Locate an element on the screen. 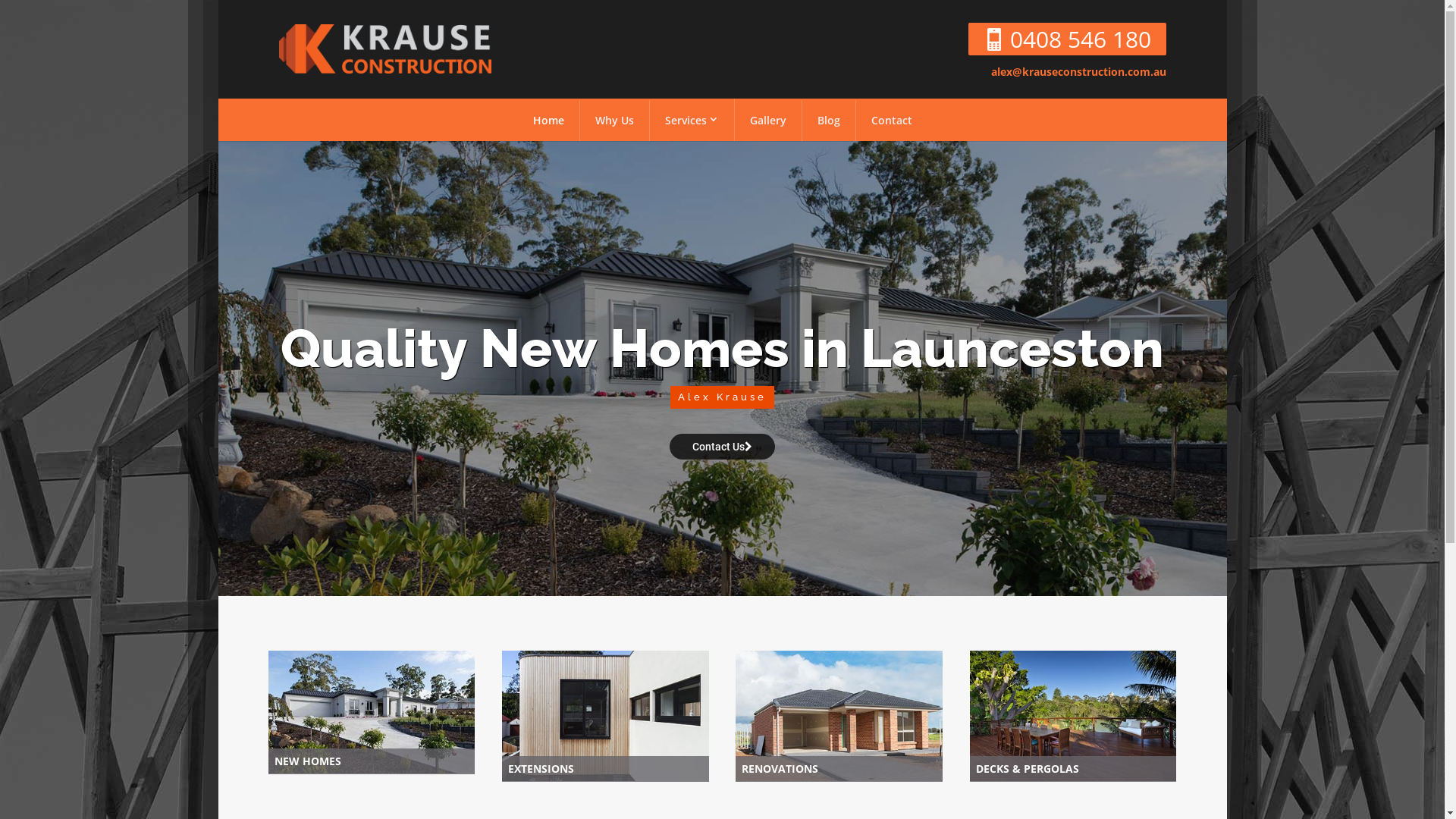 This screenshot has width=1456, height=819. 'Why Us' is located at coordinates (613, 119).